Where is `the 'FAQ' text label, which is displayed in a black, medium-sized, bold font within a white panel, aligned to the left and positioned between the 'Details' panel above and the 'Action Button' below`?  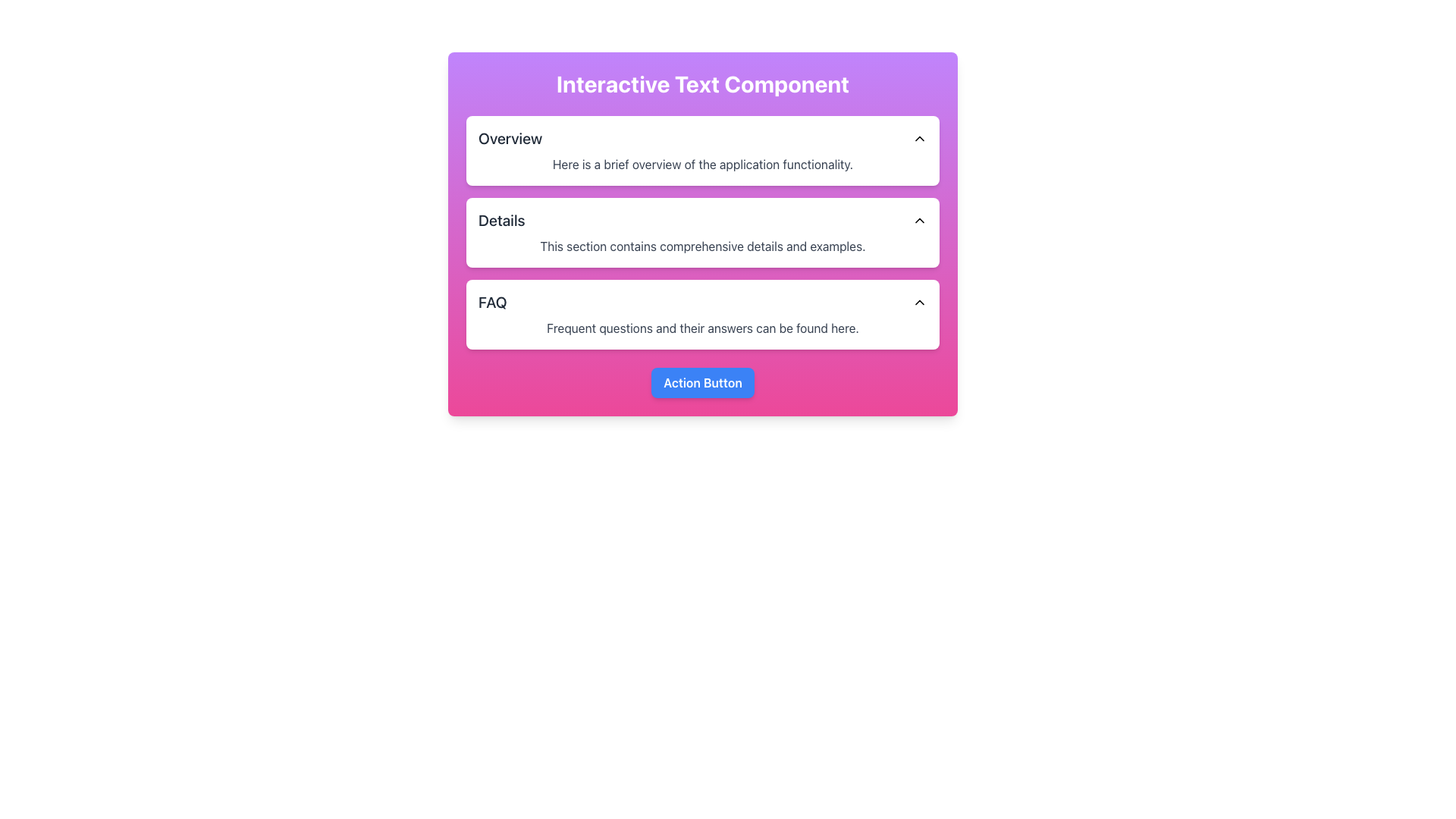 the 'FAQ' text label, which is displayed in a black, medium-sized, bold font within a white panel, aligned to the left and positioned between the 'Details' panel above and the 'Action Button' below is located at coordinates (492, 302).